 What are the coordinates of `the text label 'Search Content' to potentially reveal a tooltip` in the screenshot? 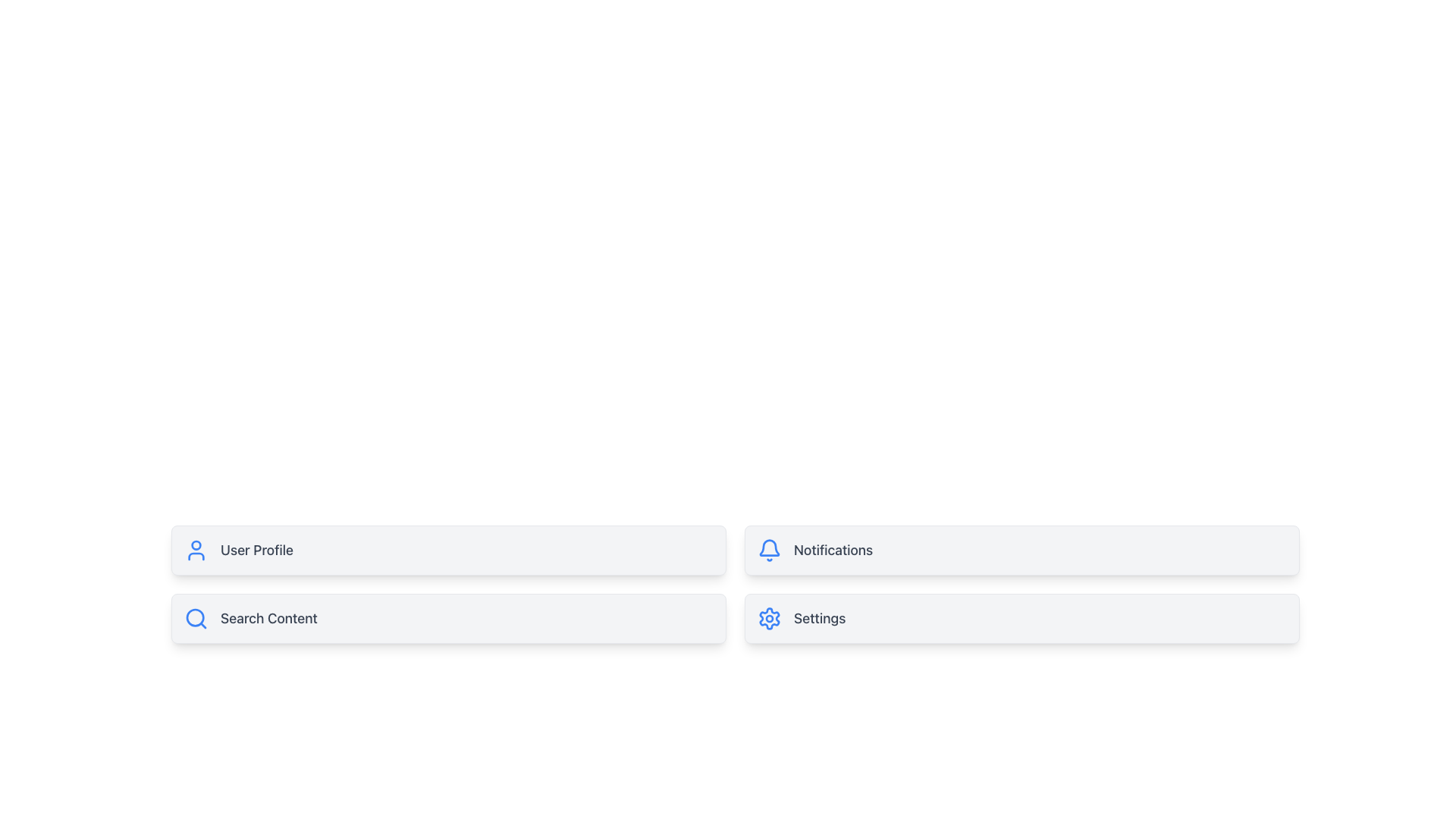 It's located at (269, 619).